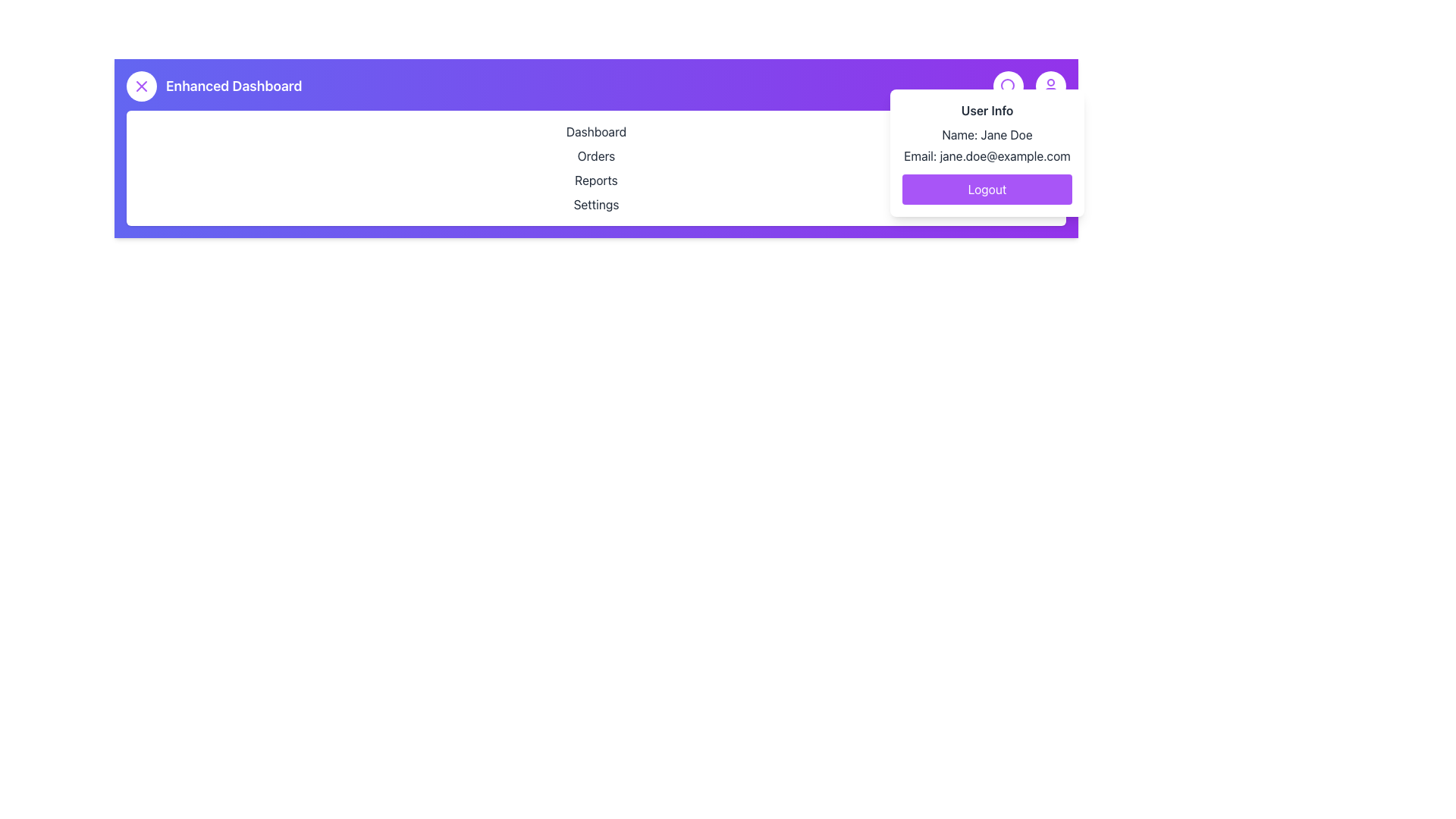 The image size is (1456, 819). I want to click on the static text label that serves as the title for the current section or page, located in the purple header bar near the top-left corner of the interface, so click(213, 86).